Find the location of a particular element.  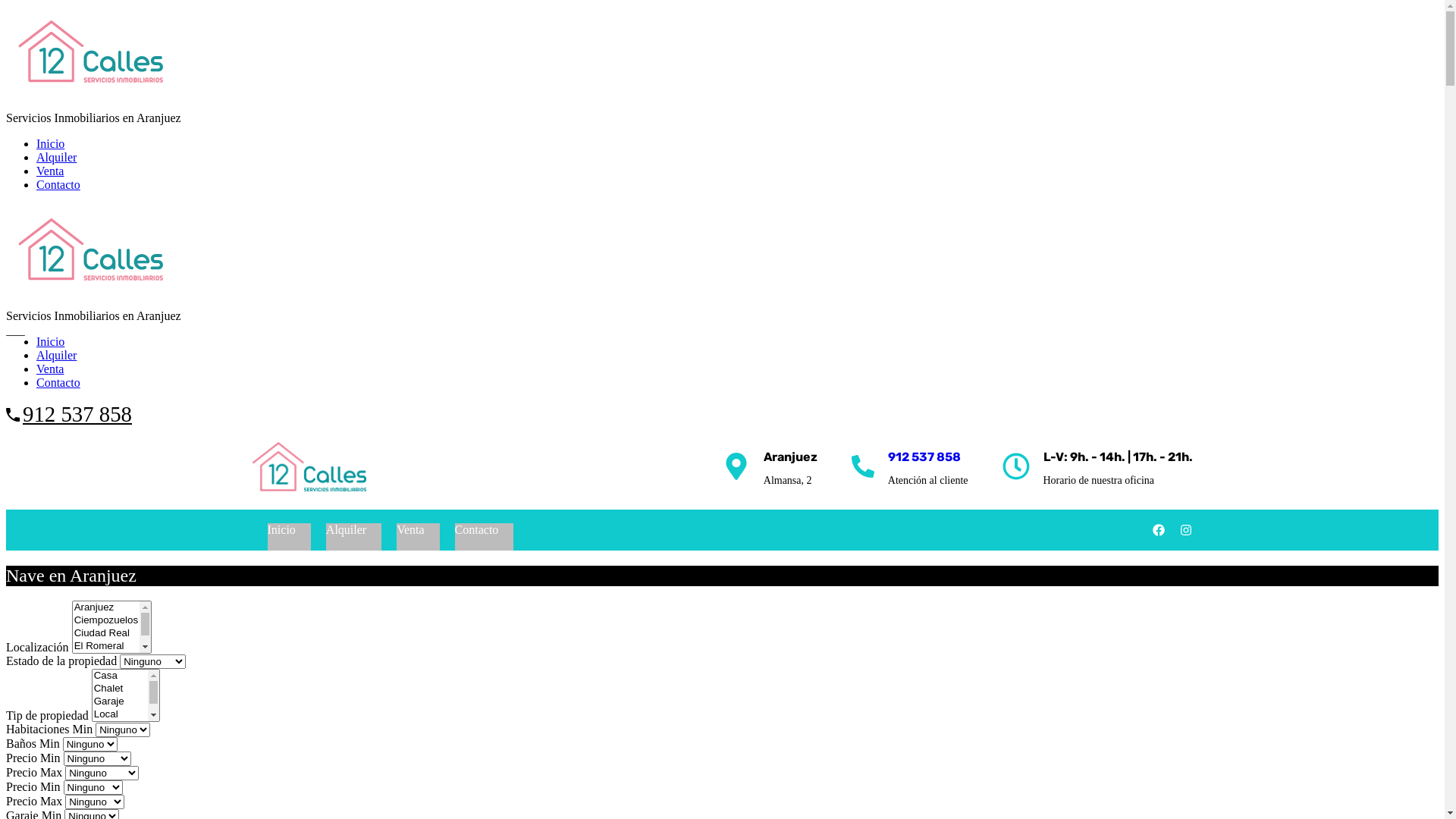

'Venta' is located at coordinates (50, 171).